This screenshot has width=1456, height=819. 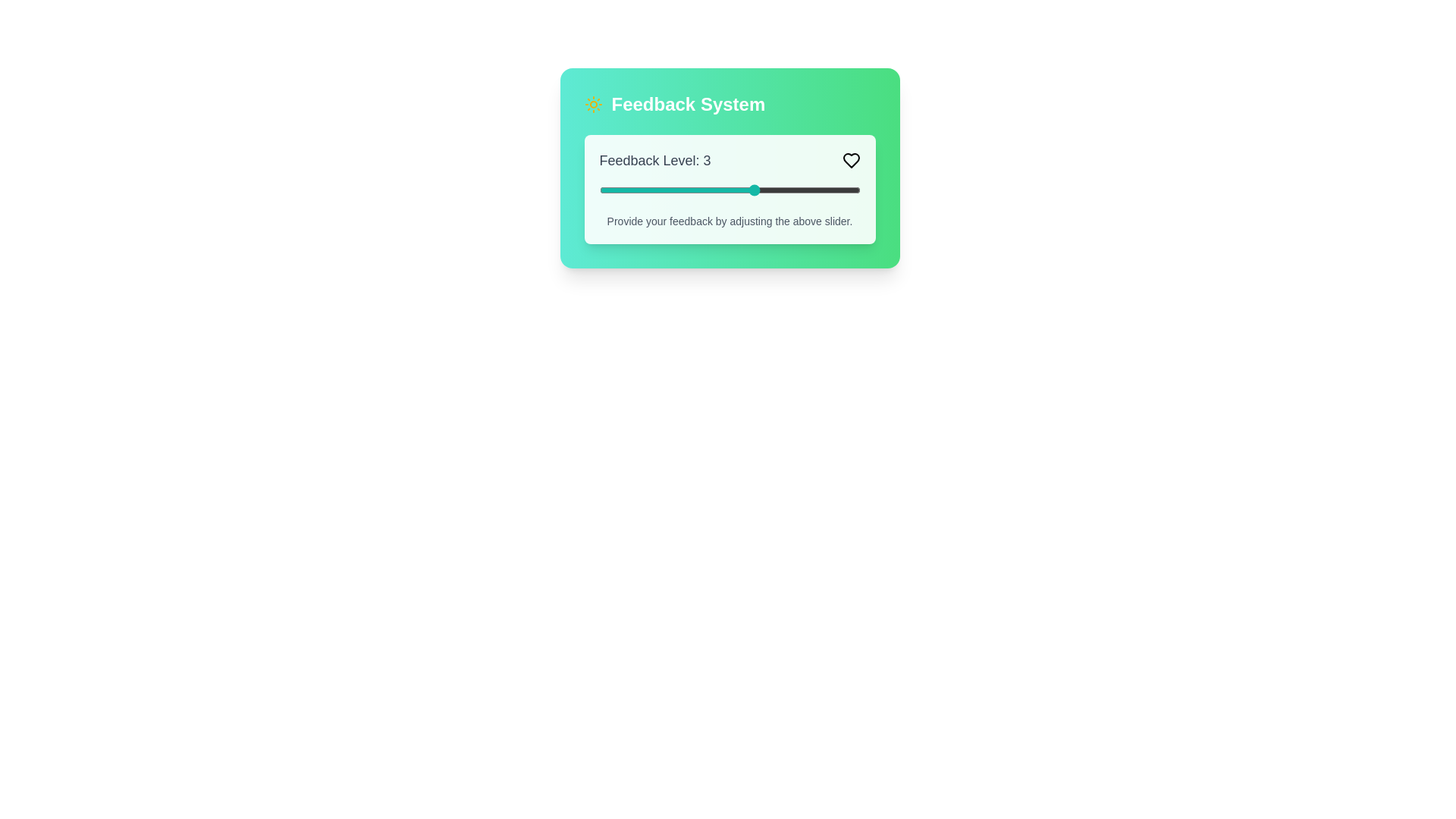 I want to click on the feedback slider to set the feedback level to 0, so click(x=598, y=189).